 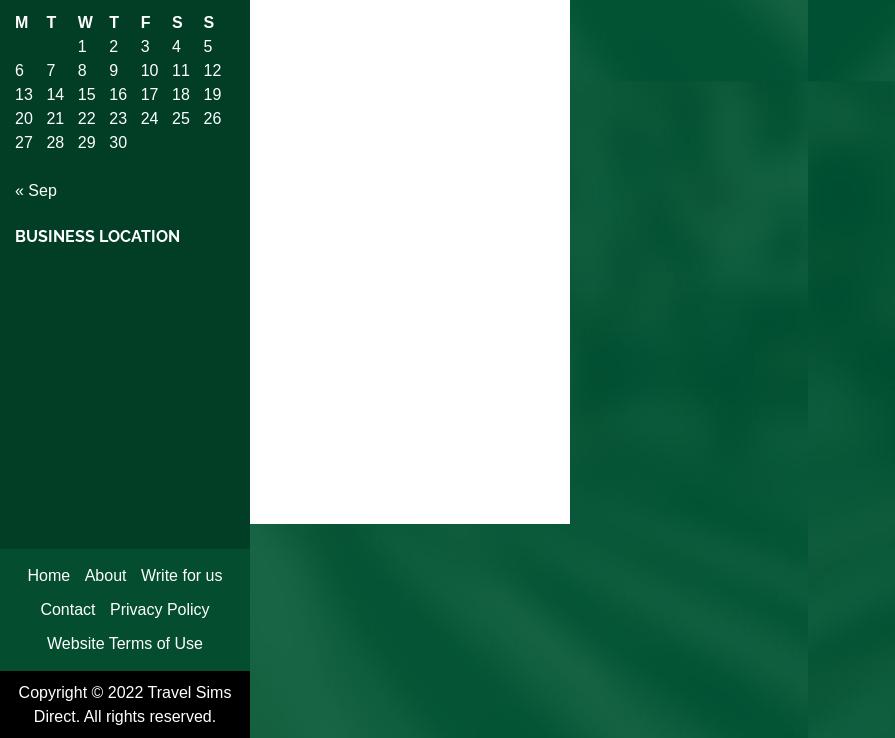 I want to click on '13', so click(x=23, y=92).